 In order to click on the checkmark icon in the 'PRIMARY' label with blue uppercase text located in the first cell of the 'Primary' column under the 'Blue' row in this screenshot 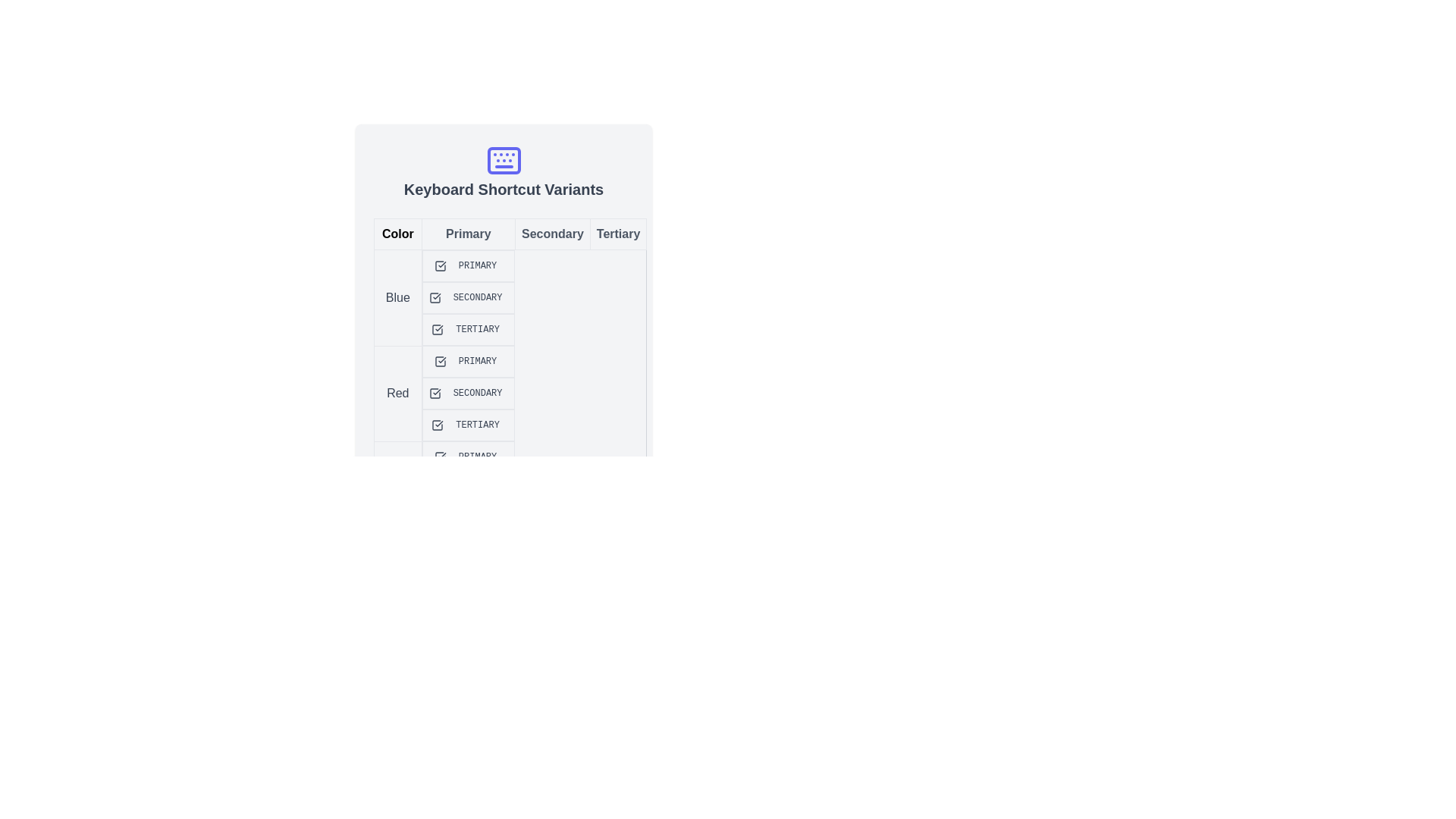, I will do `click(468, 265)`.